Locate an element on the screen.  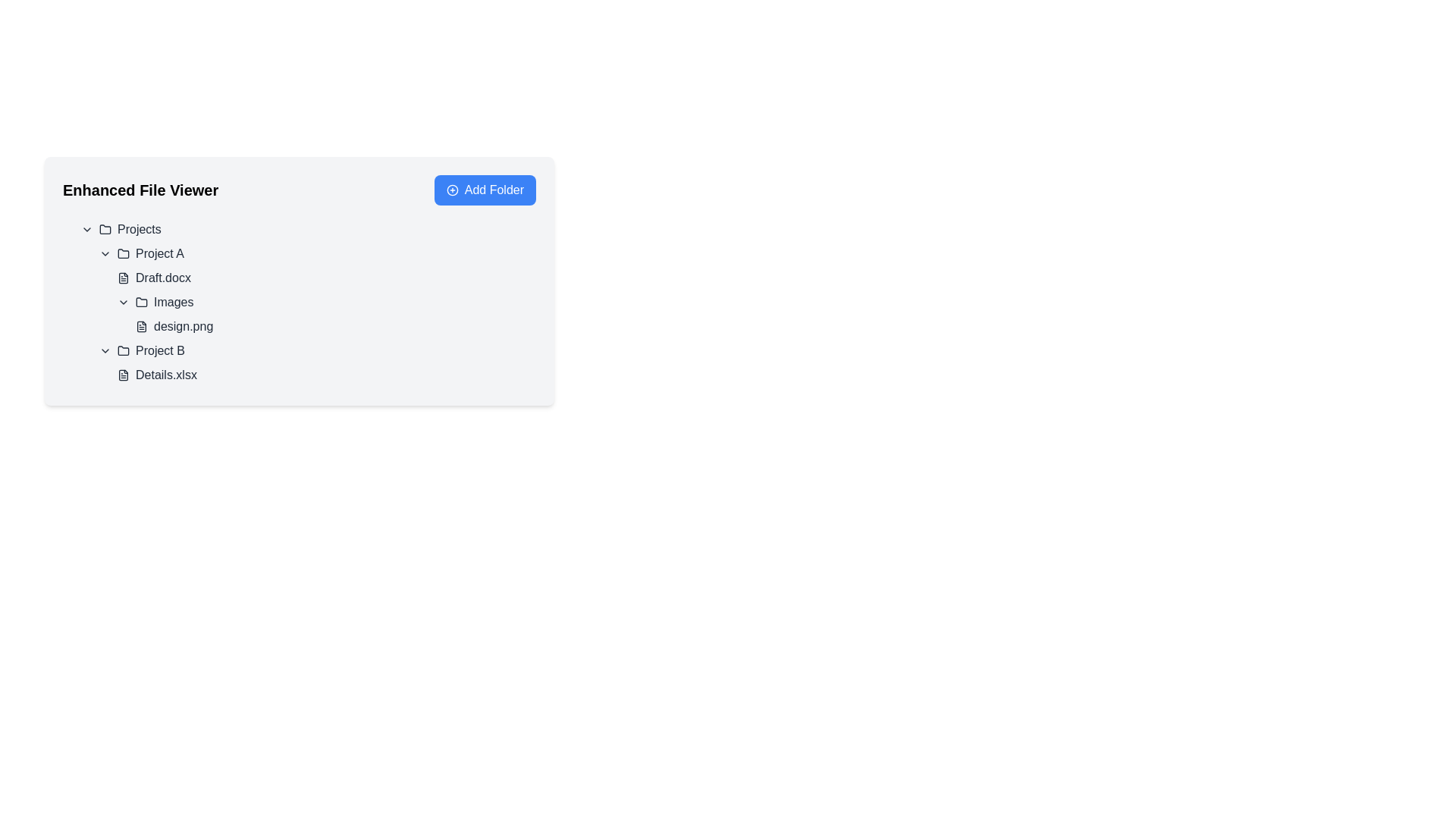
the 'Add Folder' text label within the button located at the top-right corner of the interface is located at coordinates (494, 189).